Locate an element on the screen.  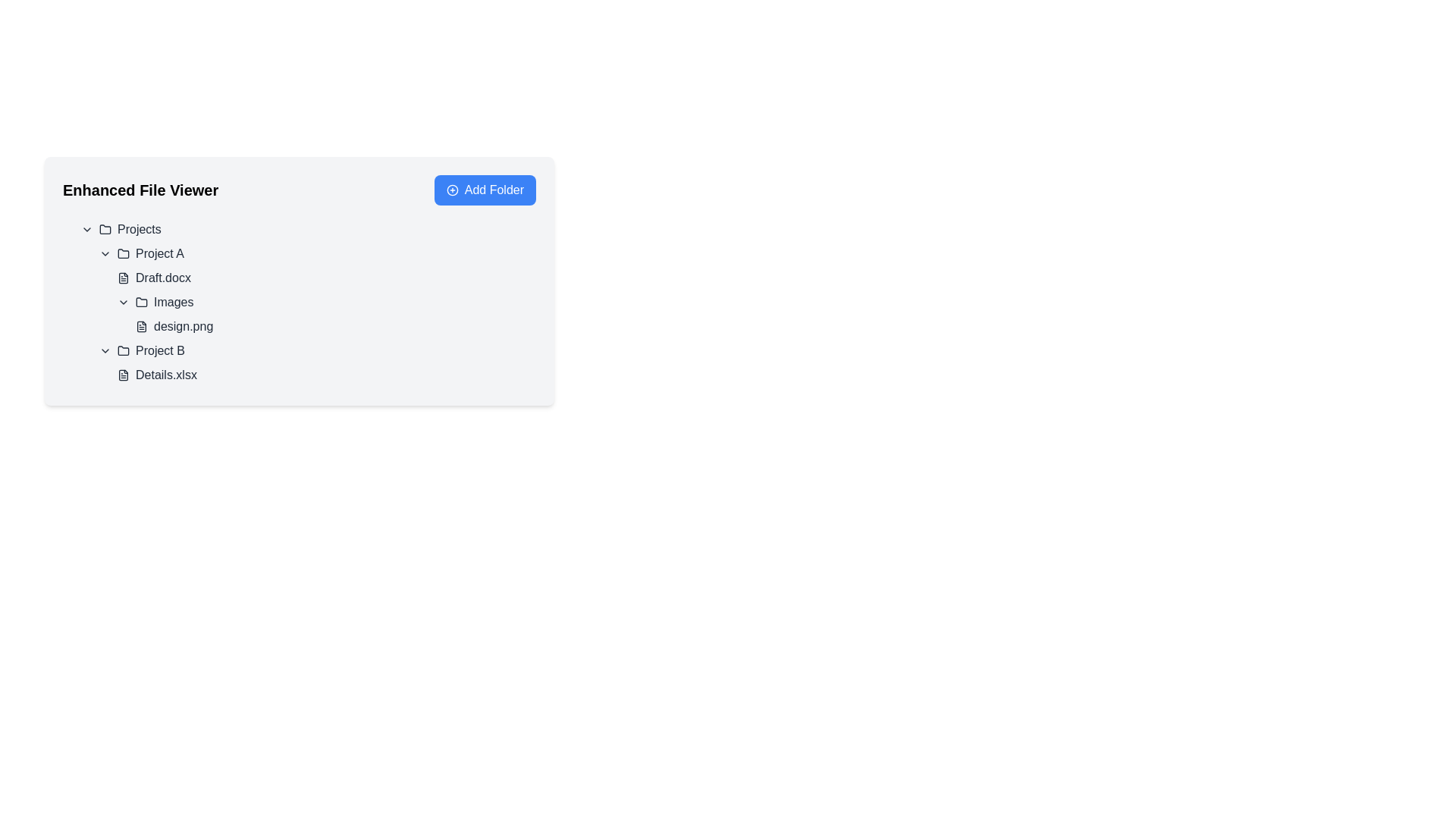
the 'Add Folder' text label within the button located at the top-right corner of the interface is located at coordinates (494, 189).